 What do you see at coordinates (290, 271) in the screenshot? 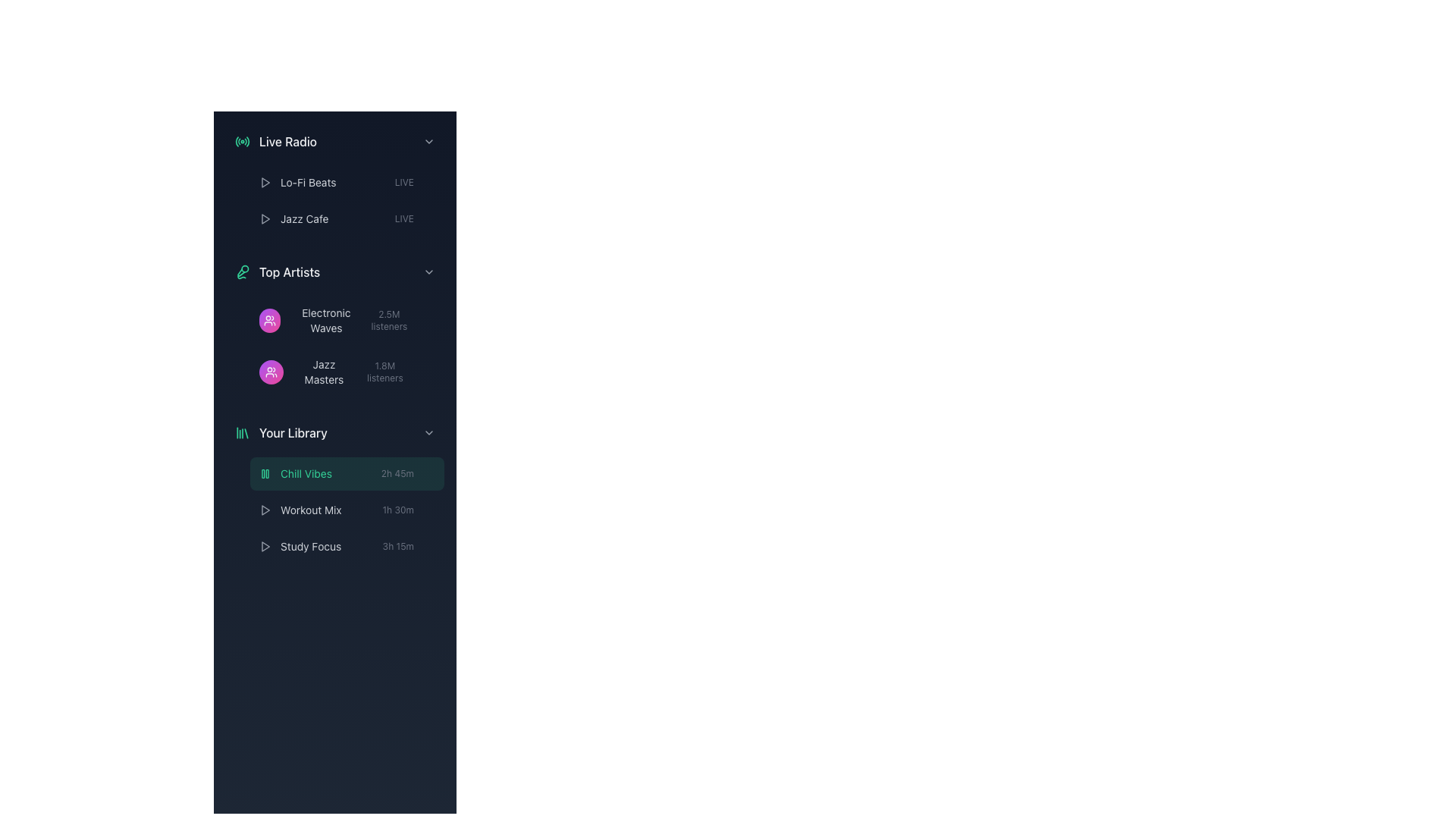
I see `the 'Top Artists' text label in the dark-themed sidebar navigation menu, located under the 'Live Radio' section` at bounding box center [290, 271].